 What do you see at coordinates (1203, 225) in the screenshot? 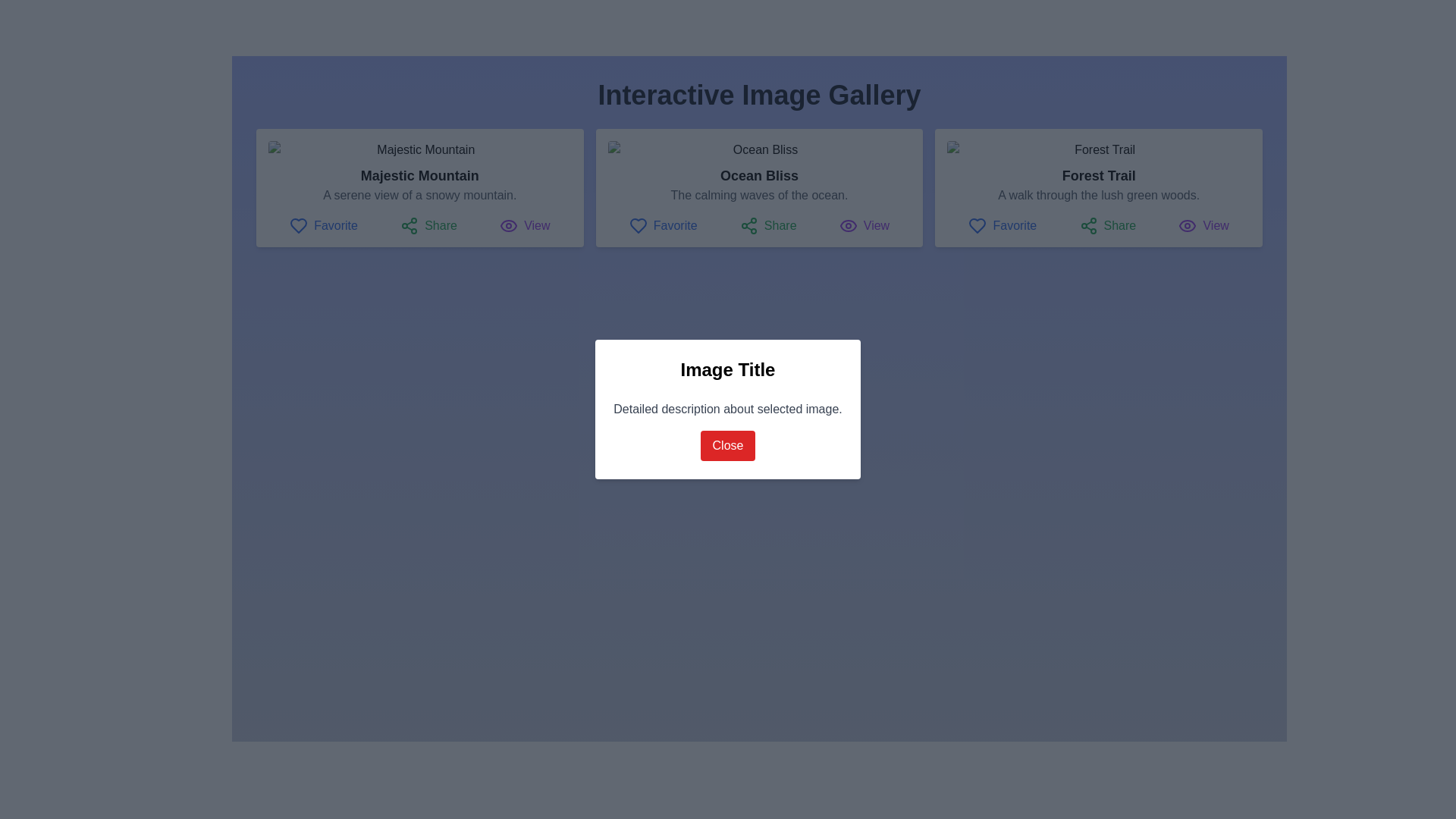
I see `the third interactive button in the row of actions below the 'Forest Trail' section` at bounding box center [1203, 225].